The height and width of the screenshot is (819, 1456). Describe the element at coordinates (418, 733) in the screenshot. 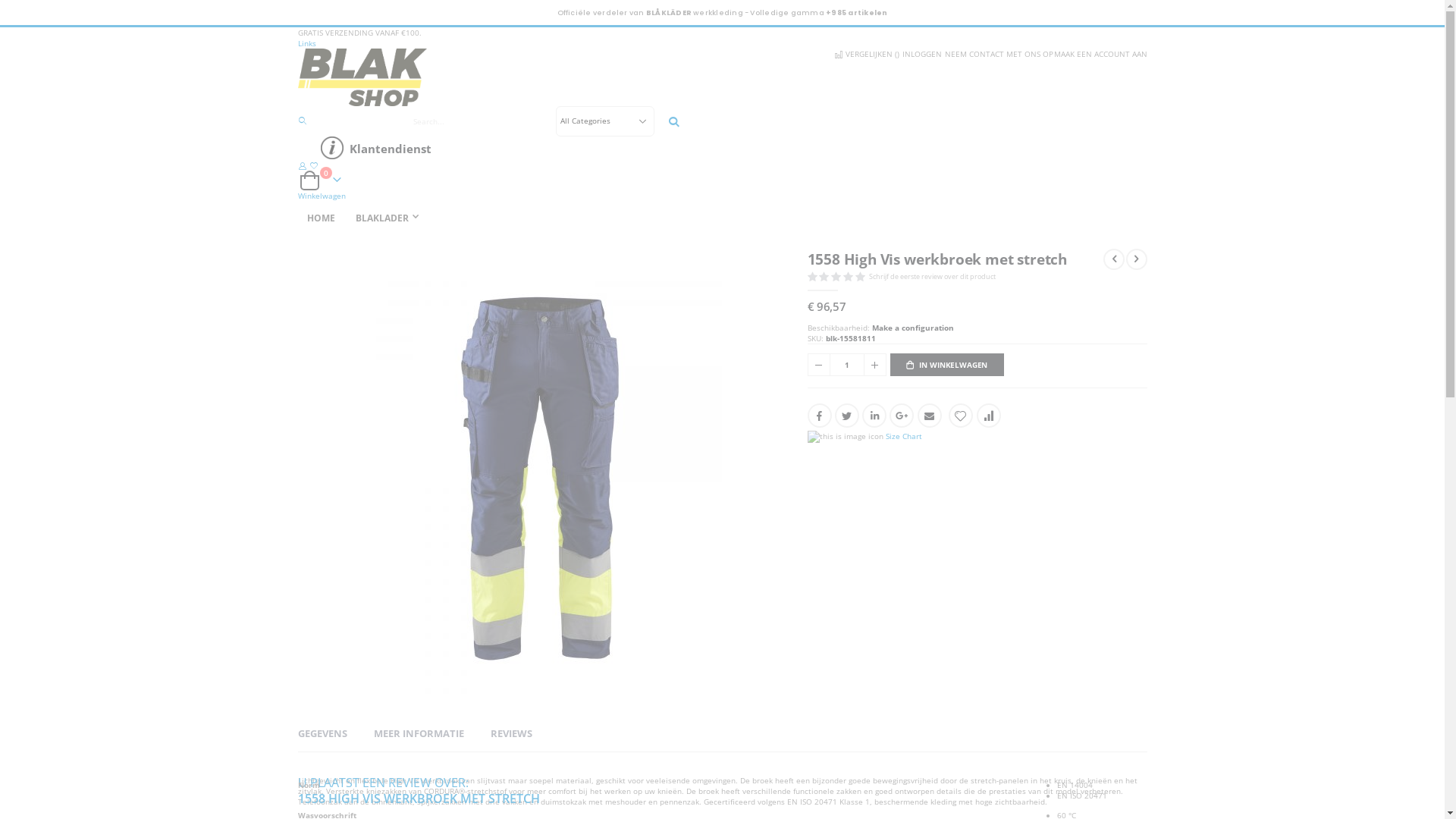

I see `'MEER INFORMATIE'` at that location.